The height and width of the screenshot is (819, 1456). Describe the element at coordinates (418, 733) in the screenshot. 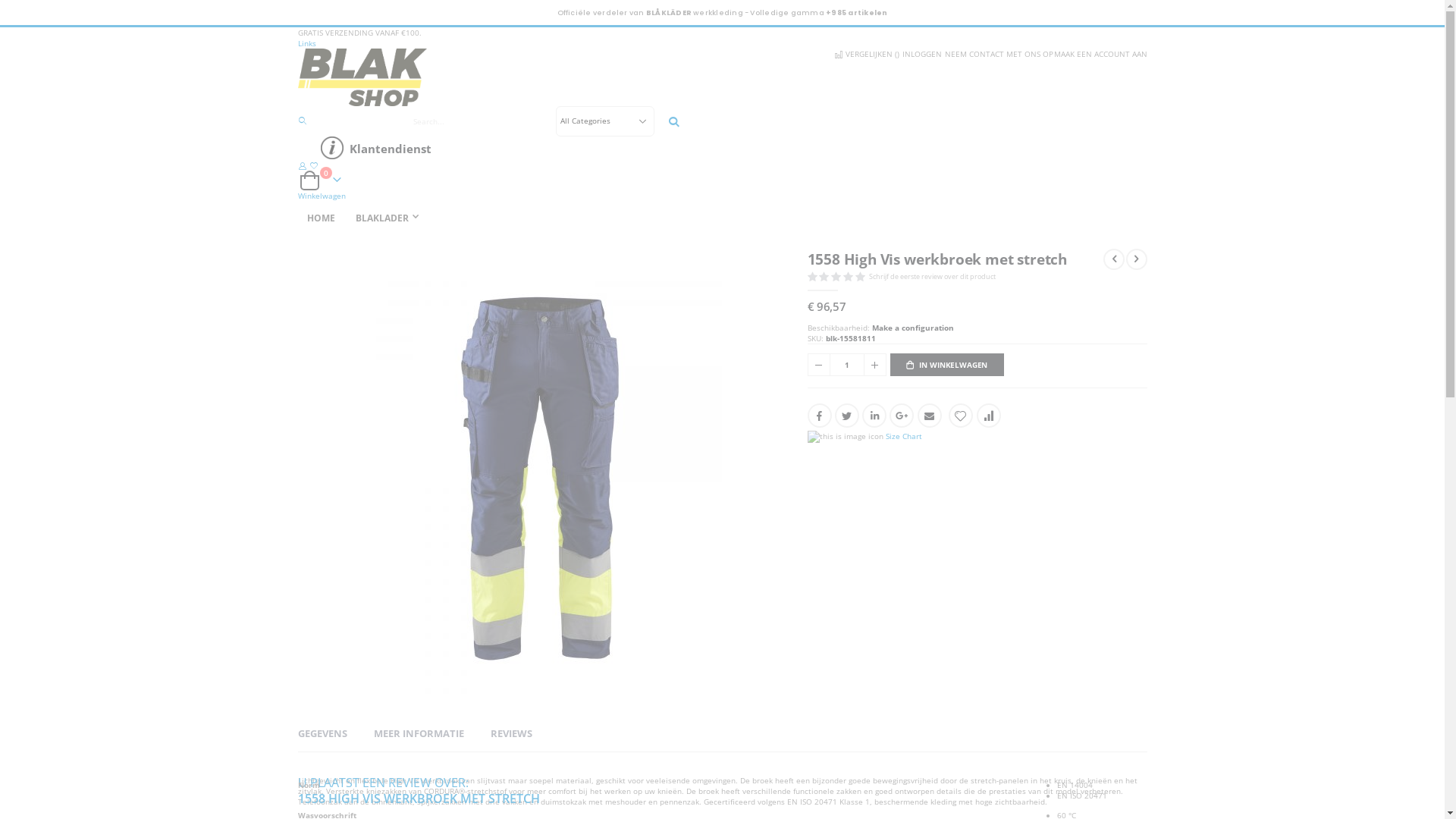

I see `'MEER INFORMATIE'` at that location.